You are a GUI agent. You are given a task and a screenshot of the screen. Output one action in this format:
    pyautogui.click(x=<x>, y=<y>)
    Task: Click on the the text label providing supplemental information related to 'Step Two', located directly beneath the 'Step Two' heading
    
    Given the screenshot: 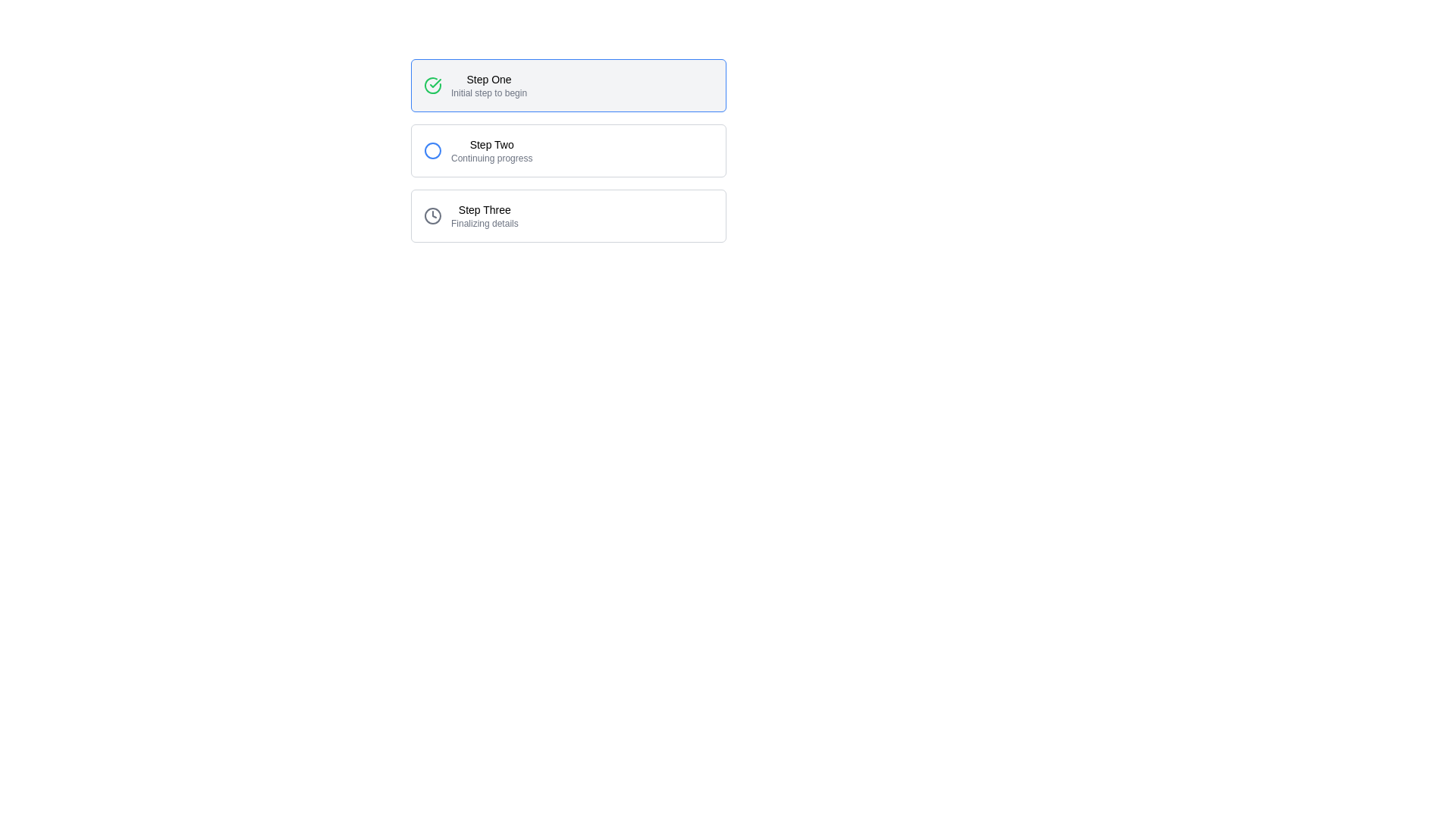 What is the action you would take?
    pyautogui.click(x=491, y=158)
    